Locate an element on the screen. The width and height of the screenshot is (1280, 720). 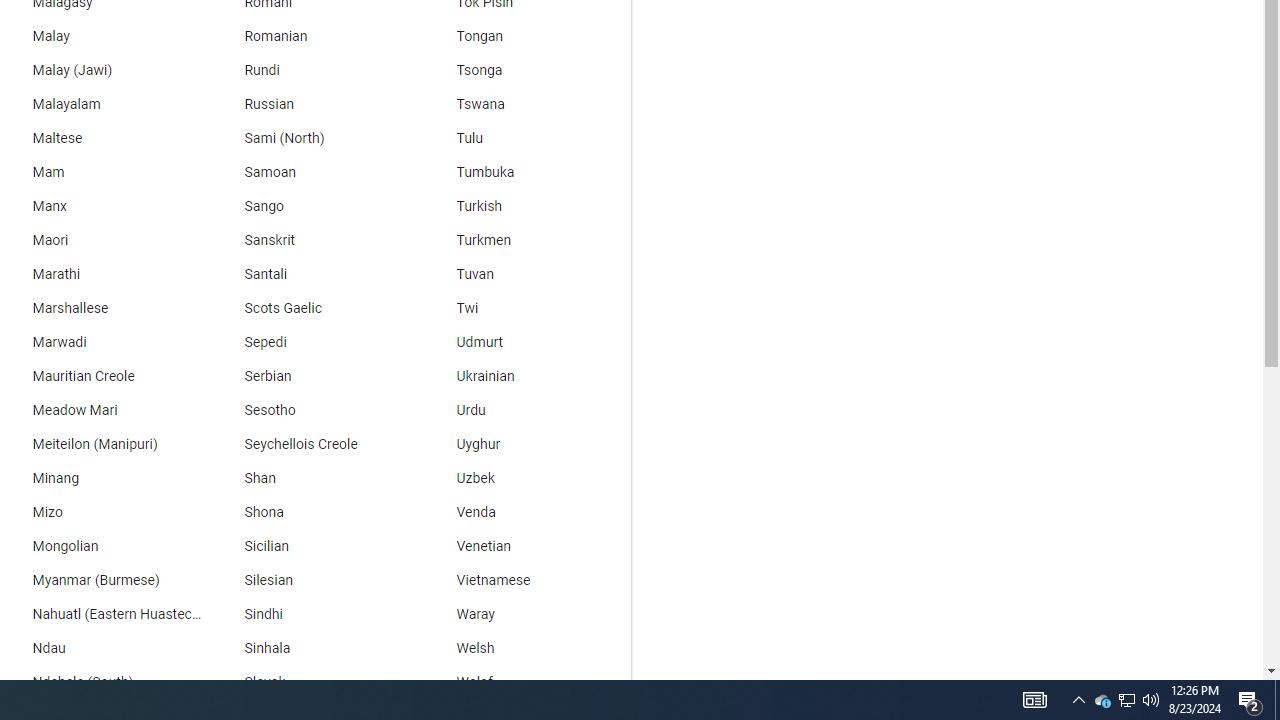
'Sango' is located at coordinates (311, 206).